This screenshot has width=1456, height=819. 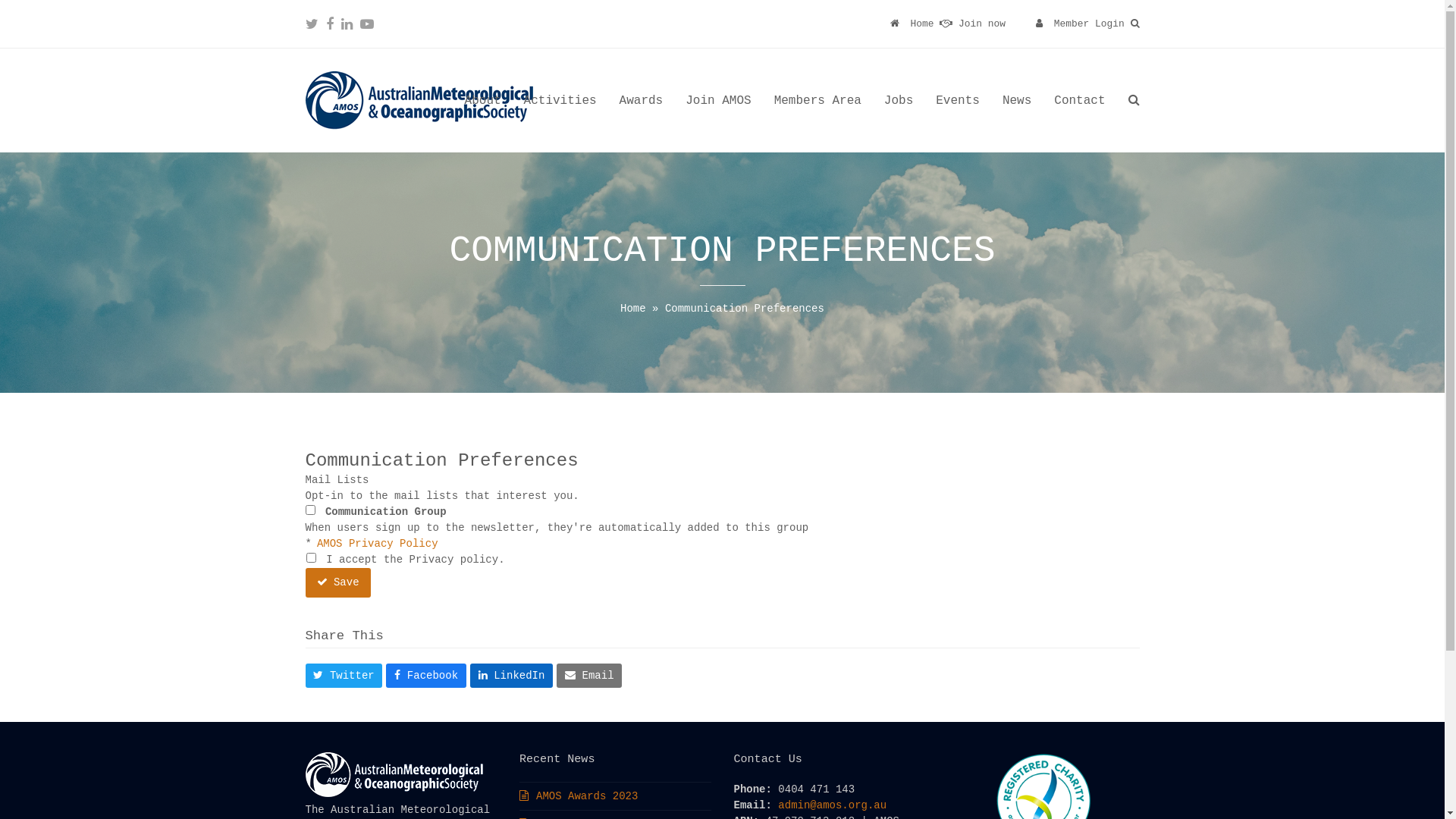 I want to click on 'Youtube', so click(x=366, y=24).